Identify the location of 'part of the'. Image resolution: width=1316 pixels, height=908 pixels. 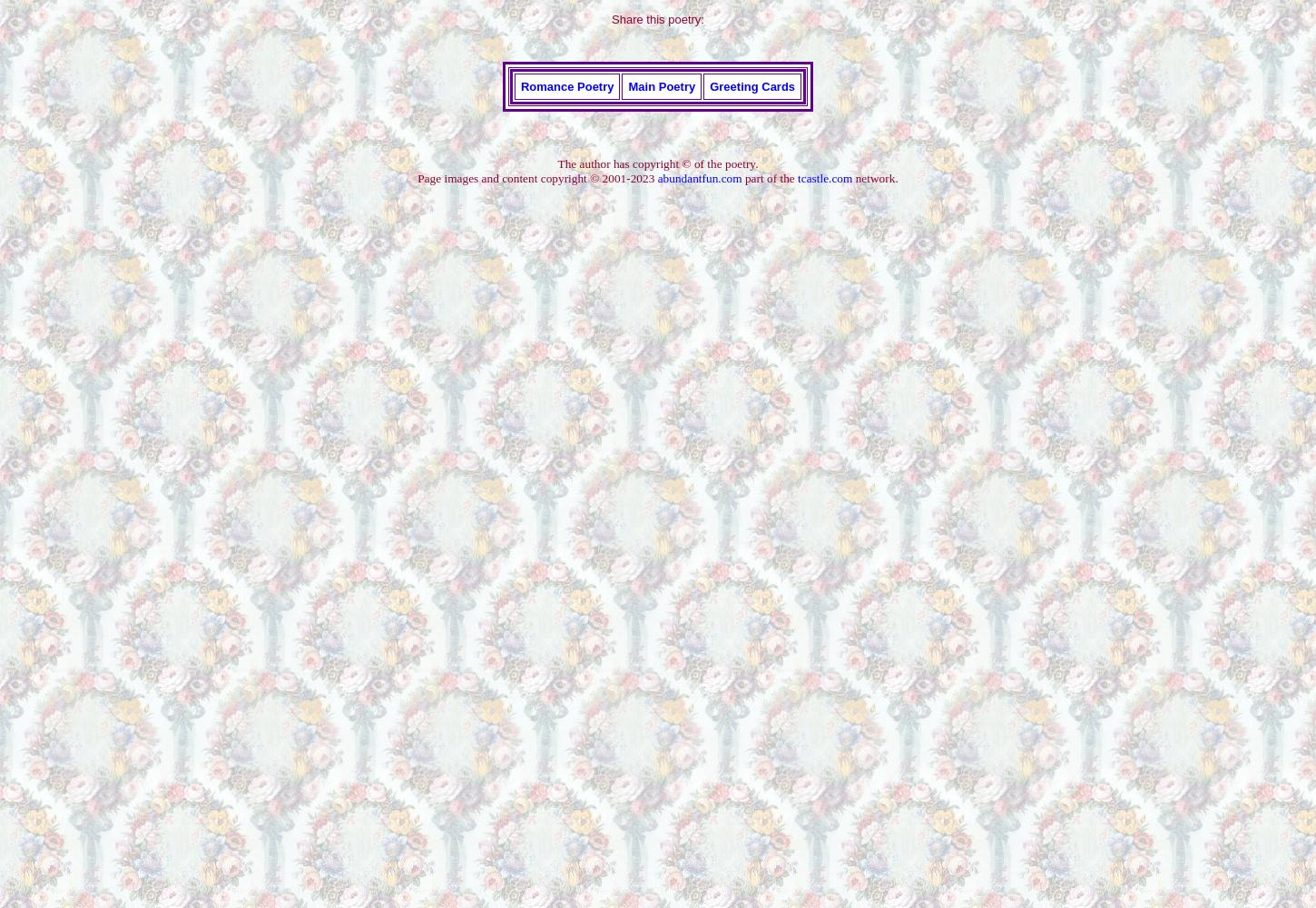
(768, 176).